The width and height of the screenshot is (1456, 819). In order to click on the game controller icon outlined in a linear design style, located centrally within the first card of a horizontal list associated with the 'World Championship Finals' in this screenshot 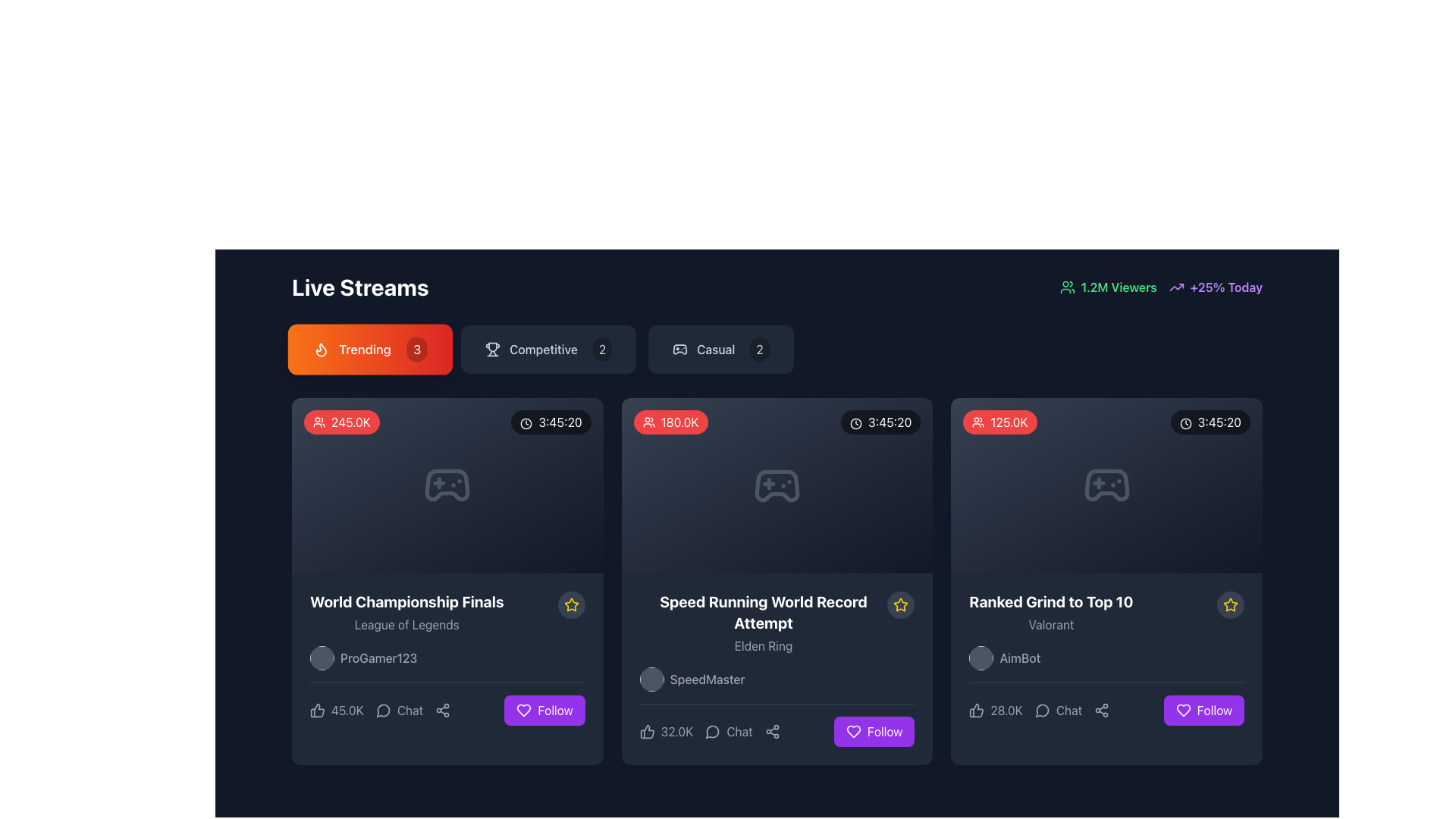, I will do `click(447, 485)`.